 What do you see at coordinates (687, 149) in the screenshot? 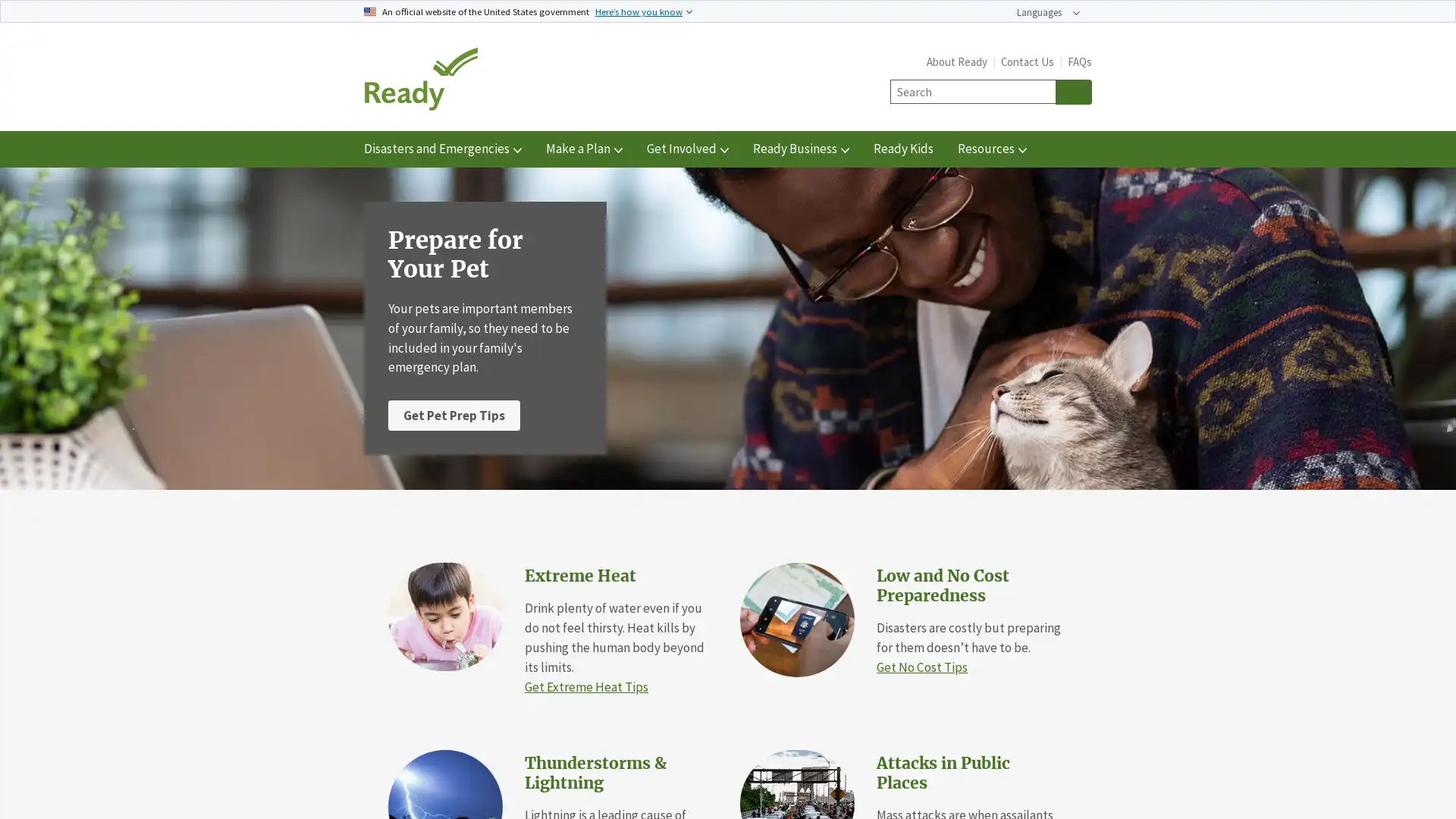
I see `Get Involved` at bounding box center [687, 149].